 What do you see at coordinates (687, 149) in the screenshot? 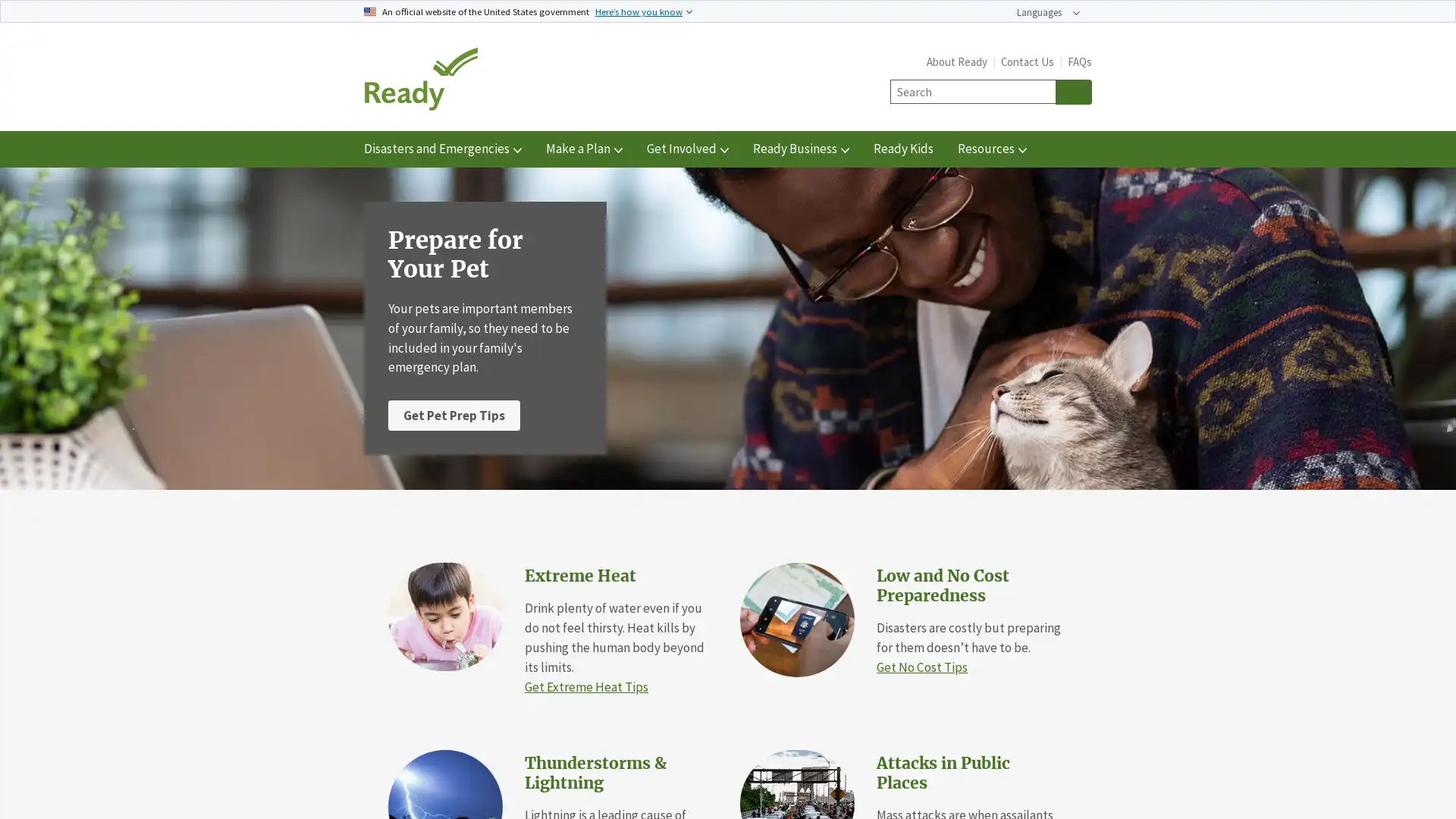
I see `Get Involved` at bounding box center [687, 149].